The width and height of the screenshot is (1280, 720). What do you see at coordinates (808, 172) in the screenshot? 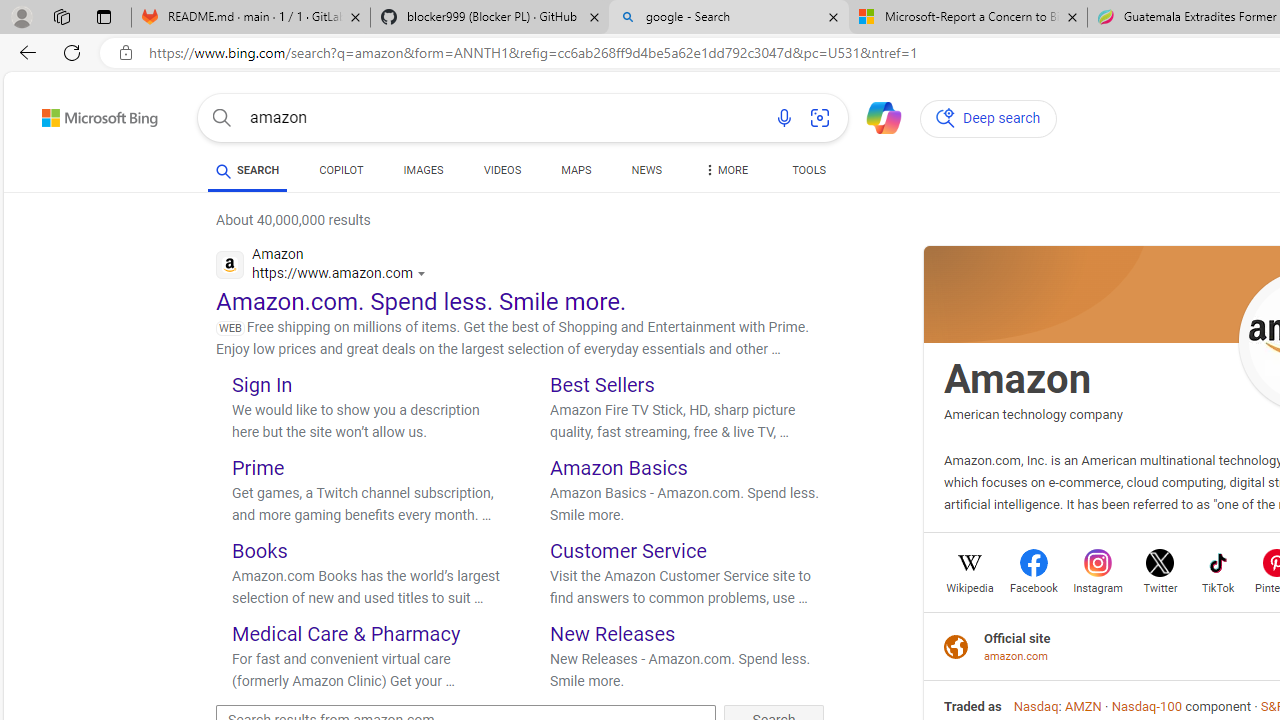
I see `'TOOLS'` at bounding box center [808, 172].